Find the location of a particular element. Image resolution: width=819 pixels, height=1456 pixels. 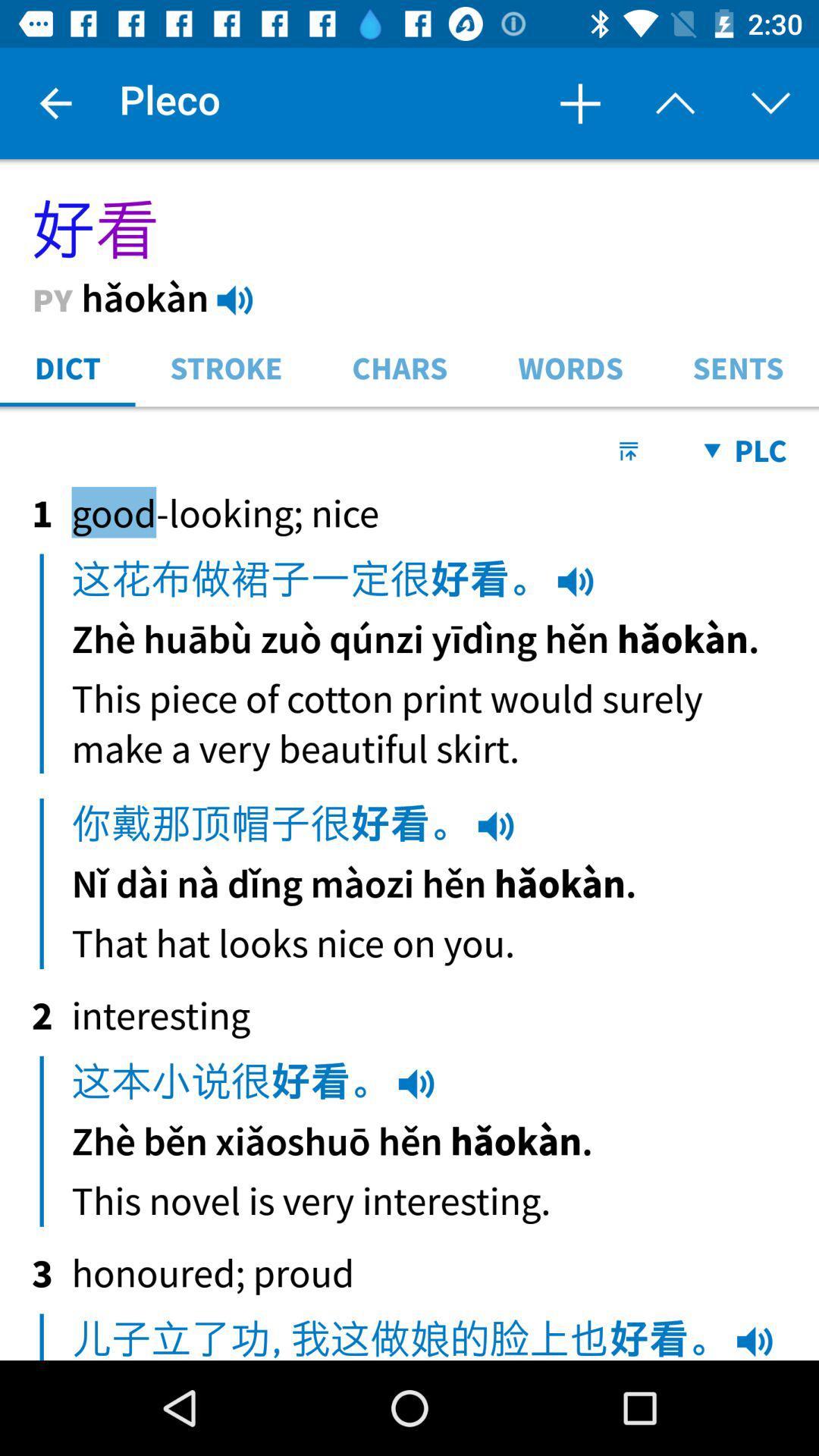

button next to is located at coordinates (675, 103).